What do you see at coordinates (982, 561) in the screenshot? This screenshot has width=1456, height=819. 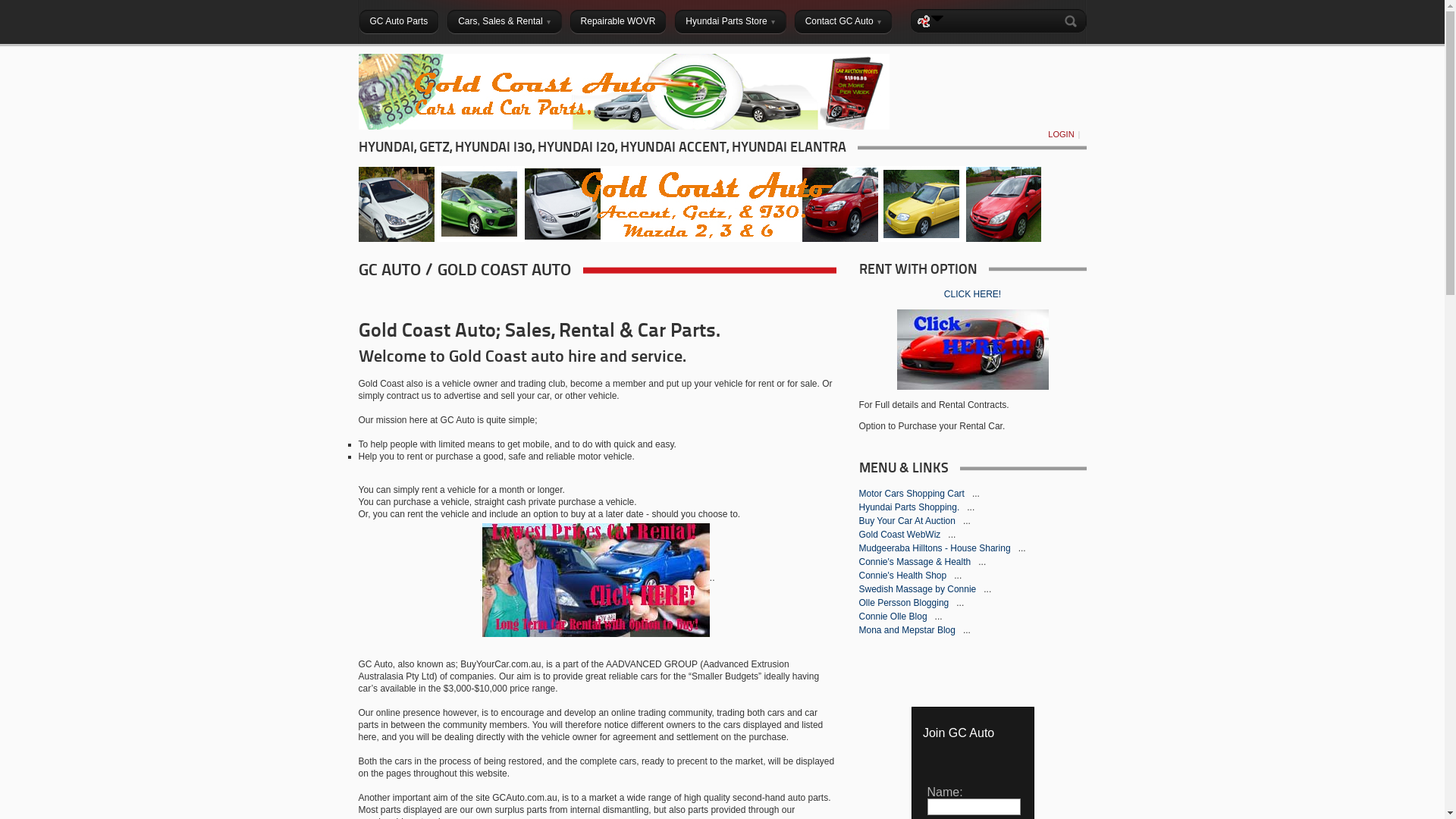 I see `'...'` at bounding box center [982, 561].